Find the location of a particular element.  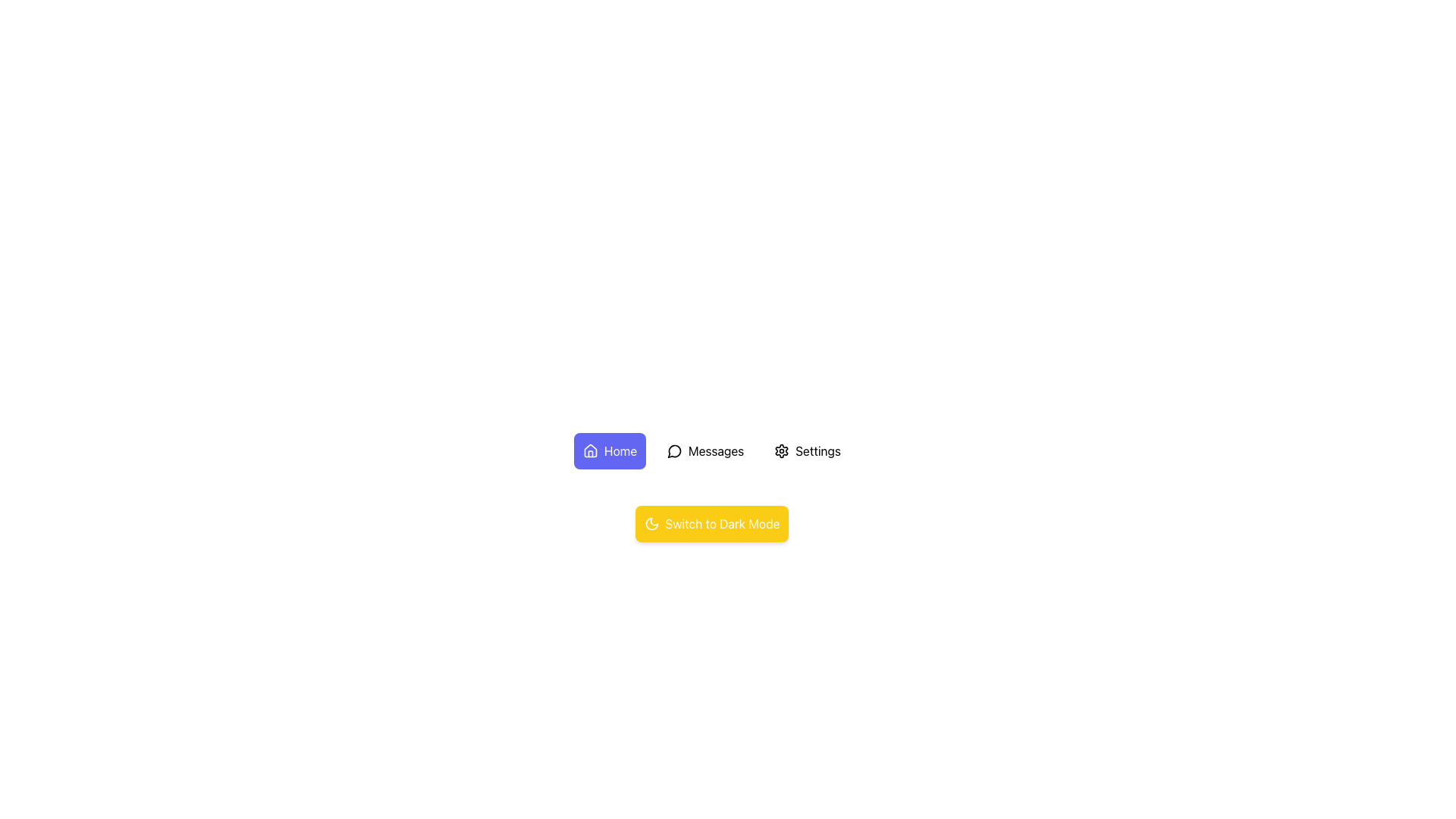

the 'Switch to Dark Mode' button, which has a bright yellow background, white text, and a moon icon, to observe the visual feedback is located at coordinates (711, 522).